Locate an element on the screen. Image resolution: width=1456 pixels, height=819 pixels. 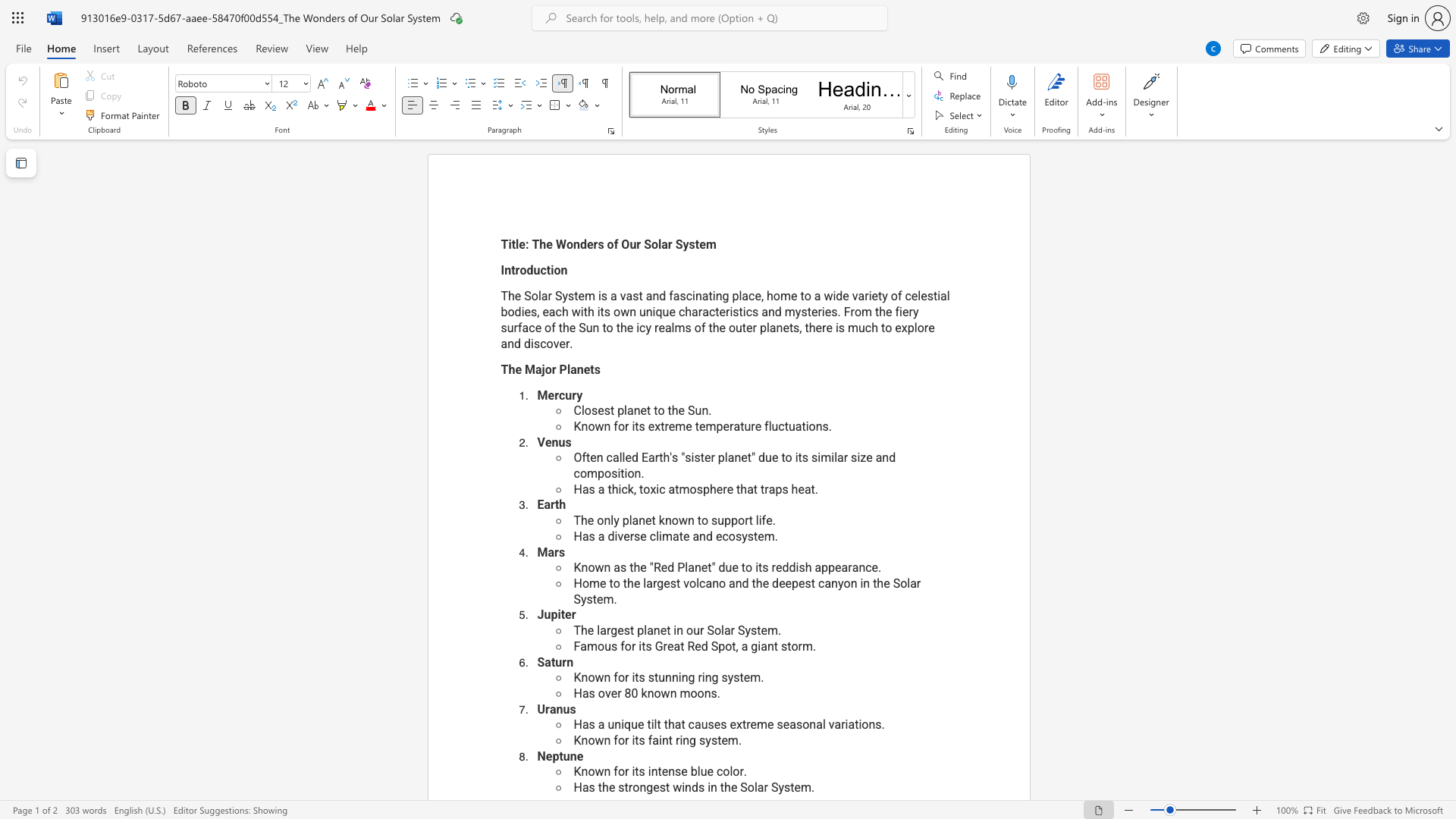
the subset text "and the deepest canyon in the Solar Syste" within the text "Home to the largest volcano and the deepest canyon in the Solar System." is located at coordinates (729, 582).